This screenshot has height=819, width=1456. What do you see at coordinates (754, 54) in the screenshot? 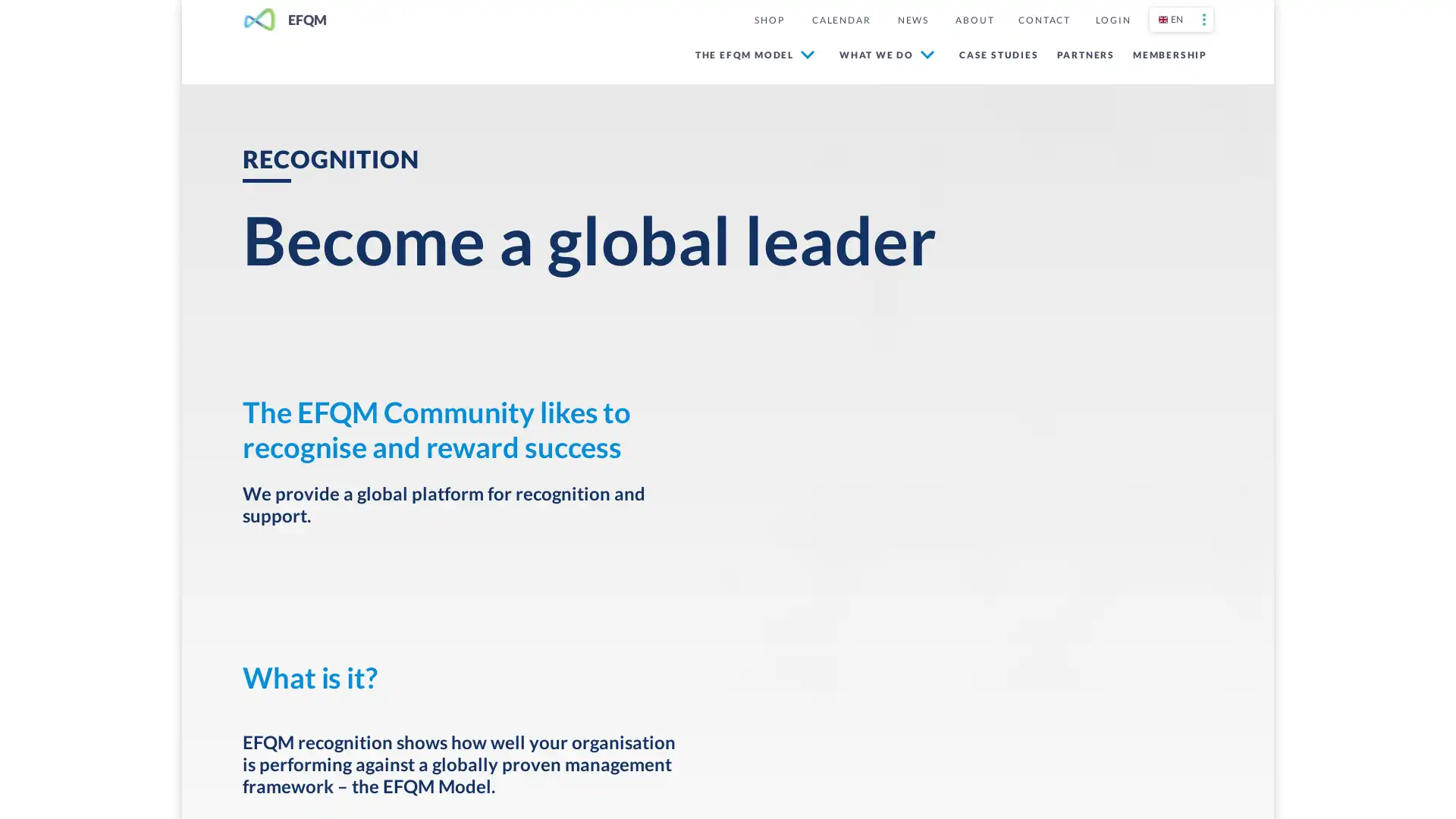
I see `THE EFQM MODEL` at bounding box center [754, 54].